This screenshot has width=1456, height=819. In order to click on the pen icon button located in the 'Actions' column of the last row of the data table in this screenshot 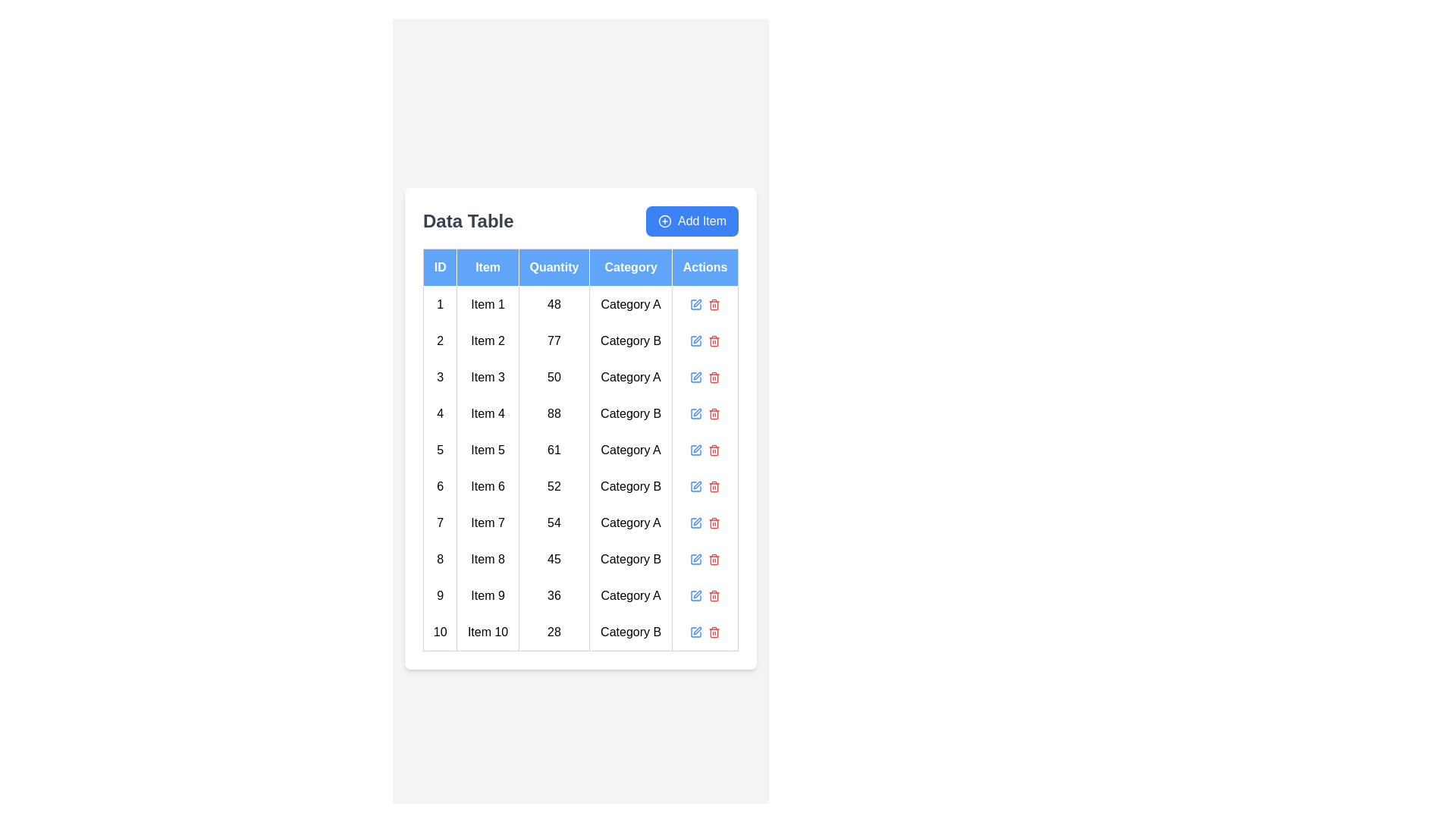, I will do `click(697, 557)`.